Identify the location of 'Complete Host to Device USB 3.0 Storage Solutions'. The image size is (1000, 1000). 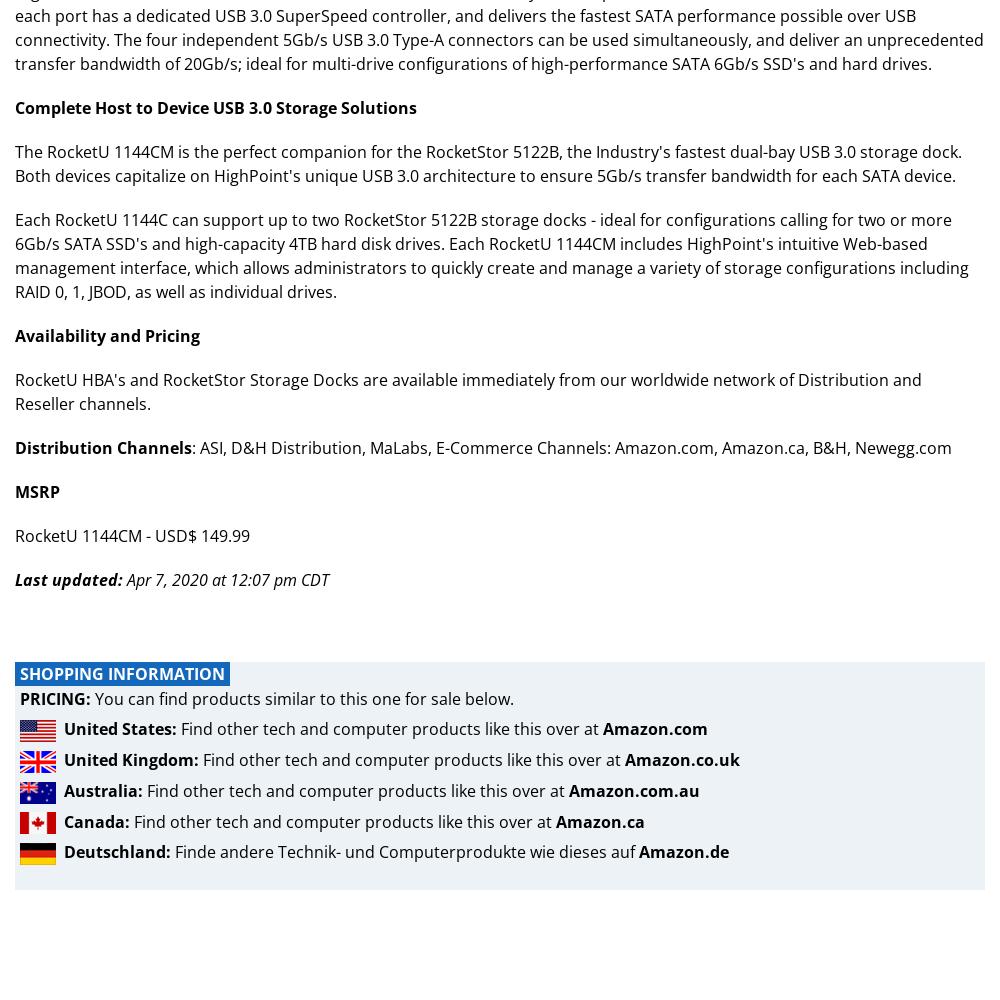
(215, 107).